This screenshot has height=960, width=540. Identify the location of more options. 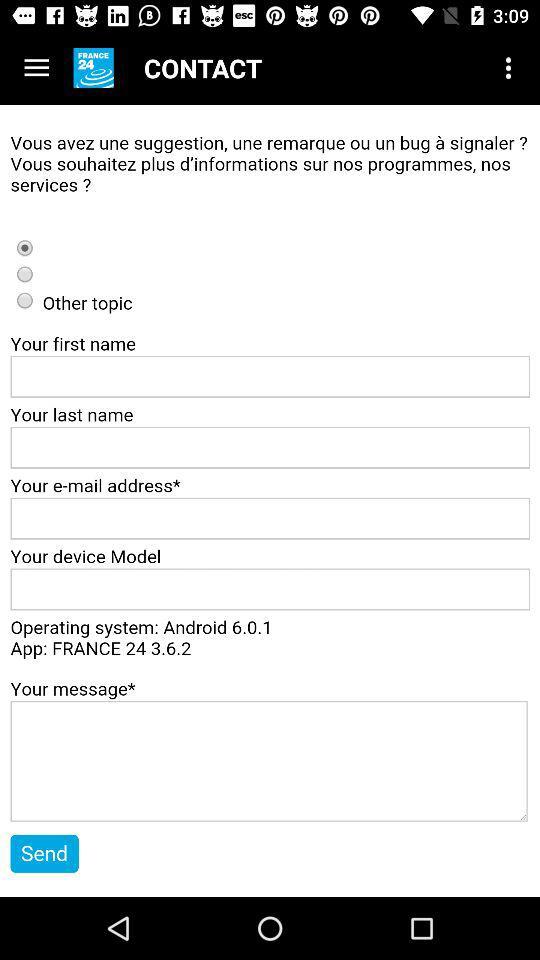
(36, 68).